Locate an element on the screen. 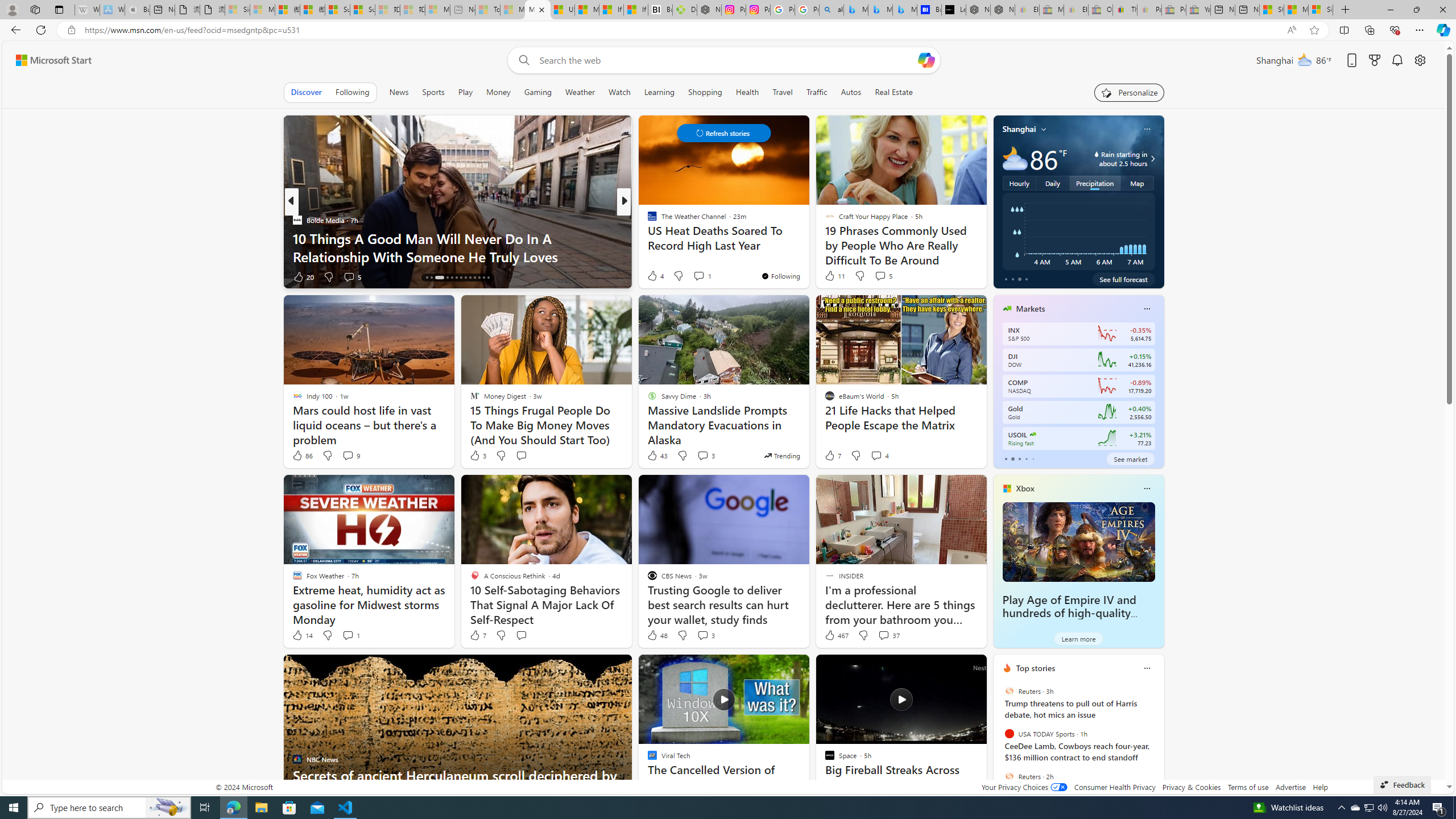 The height and width of the screenshot is (819, 1456). 'View comments 9 Comment' is located at coordinates (348, 455).